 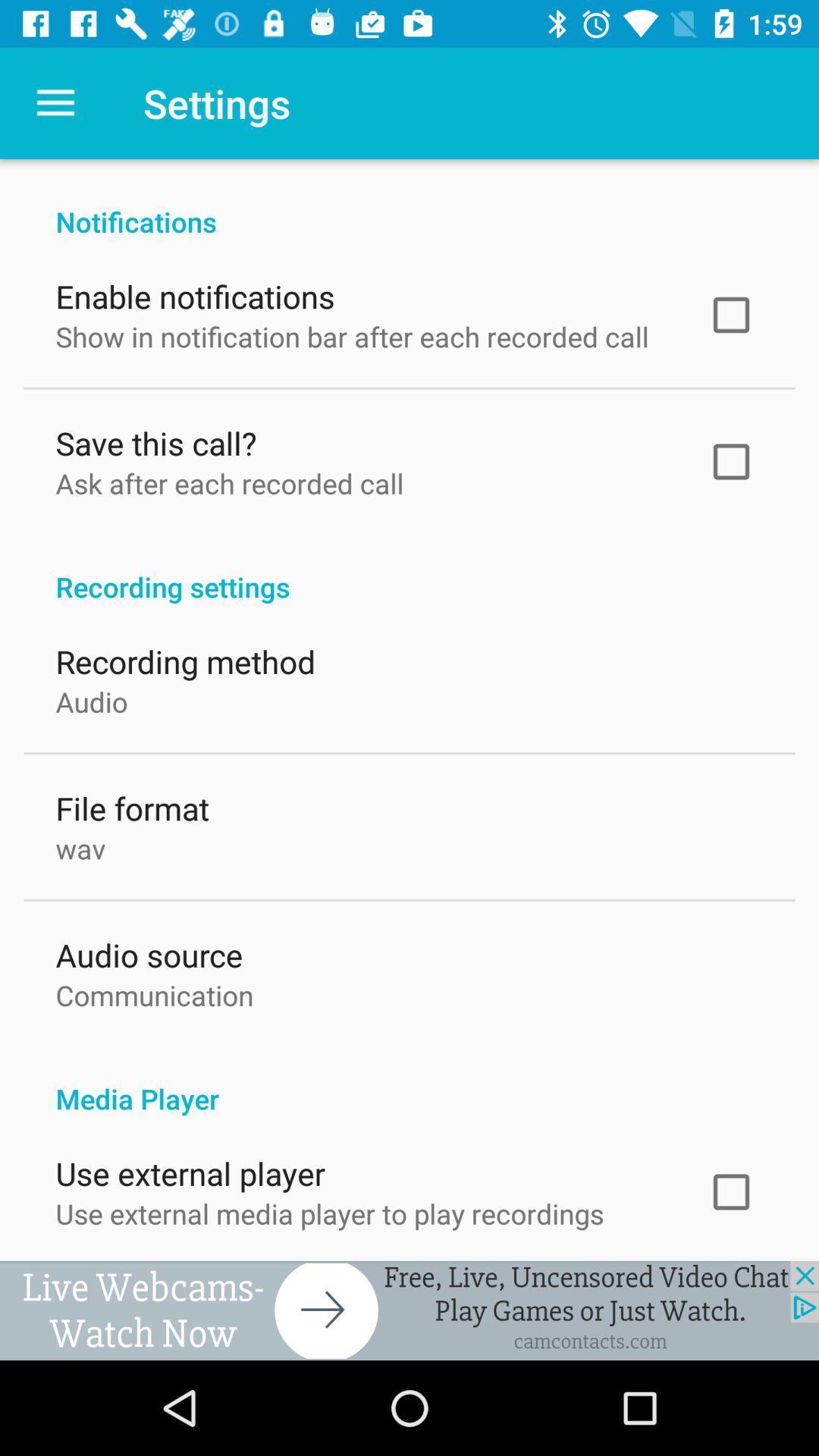 What do you see at coordinates (155, 438) in the screenshot?
I see `the item above ask after each` at bounding box center [155, 438].